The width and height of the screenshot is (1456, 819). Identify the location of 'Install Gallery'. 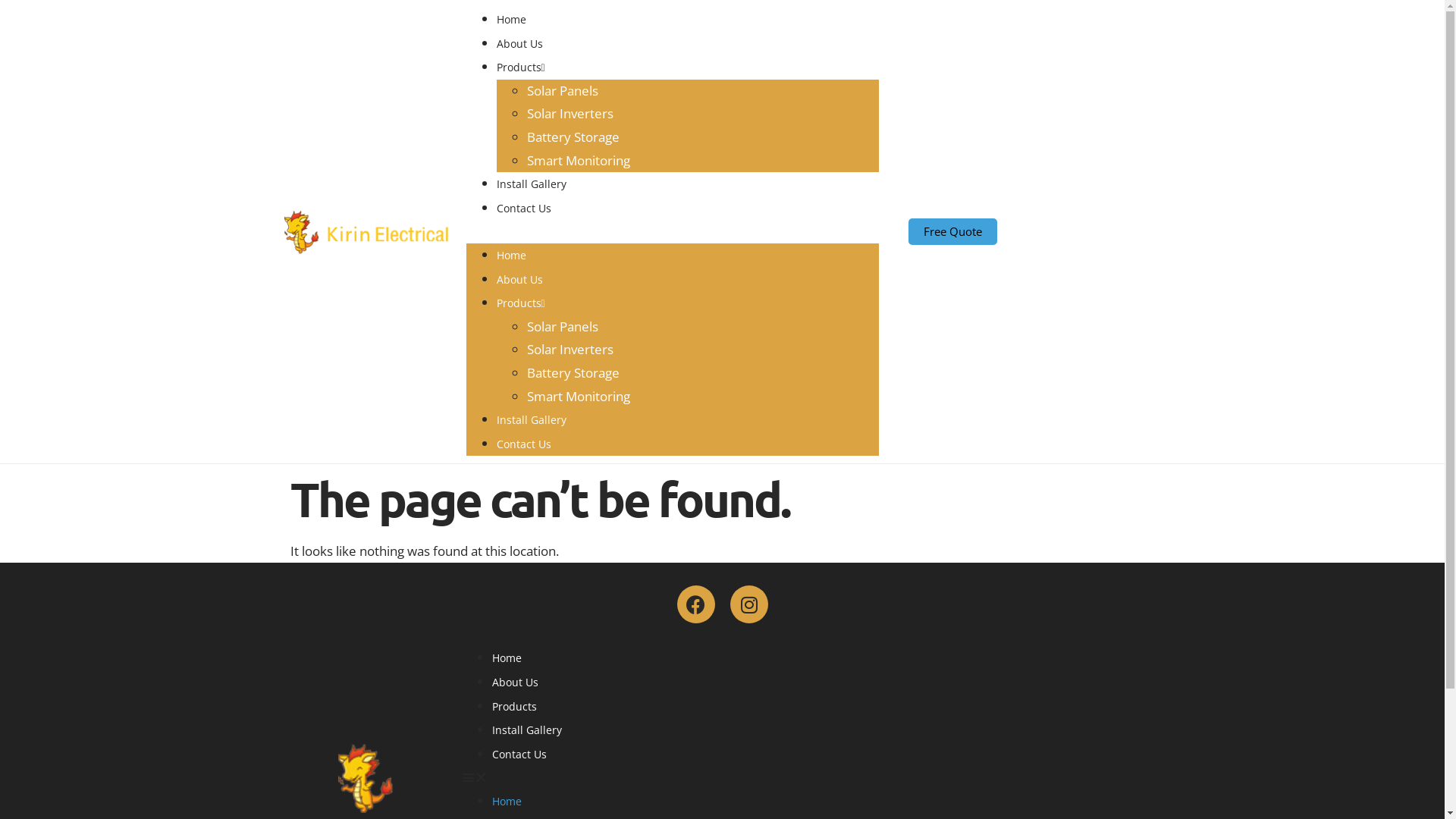
(531, 183).